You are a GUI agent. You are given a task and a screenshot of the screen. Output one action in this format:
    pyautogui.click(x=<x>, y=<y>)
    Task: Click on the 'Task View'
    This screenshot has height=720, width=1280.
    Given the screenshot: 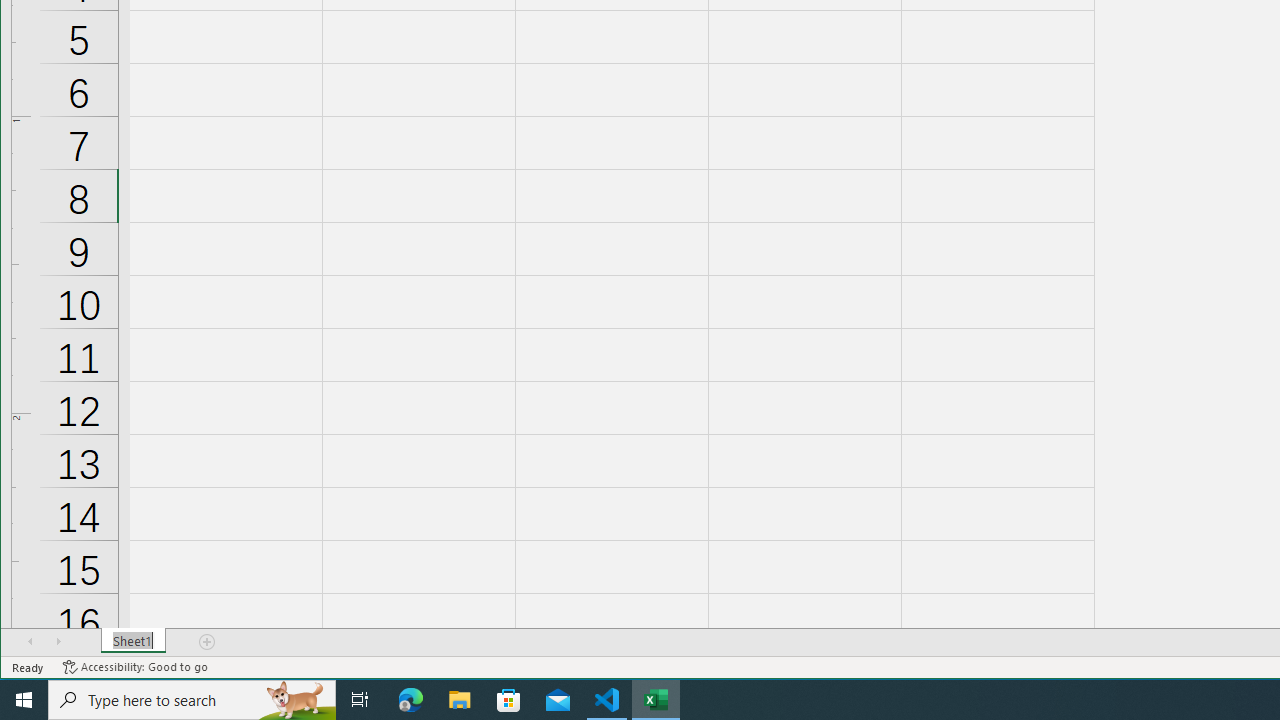 What is the action you would take?
    pyautogui.click(x=359, y=698)
    